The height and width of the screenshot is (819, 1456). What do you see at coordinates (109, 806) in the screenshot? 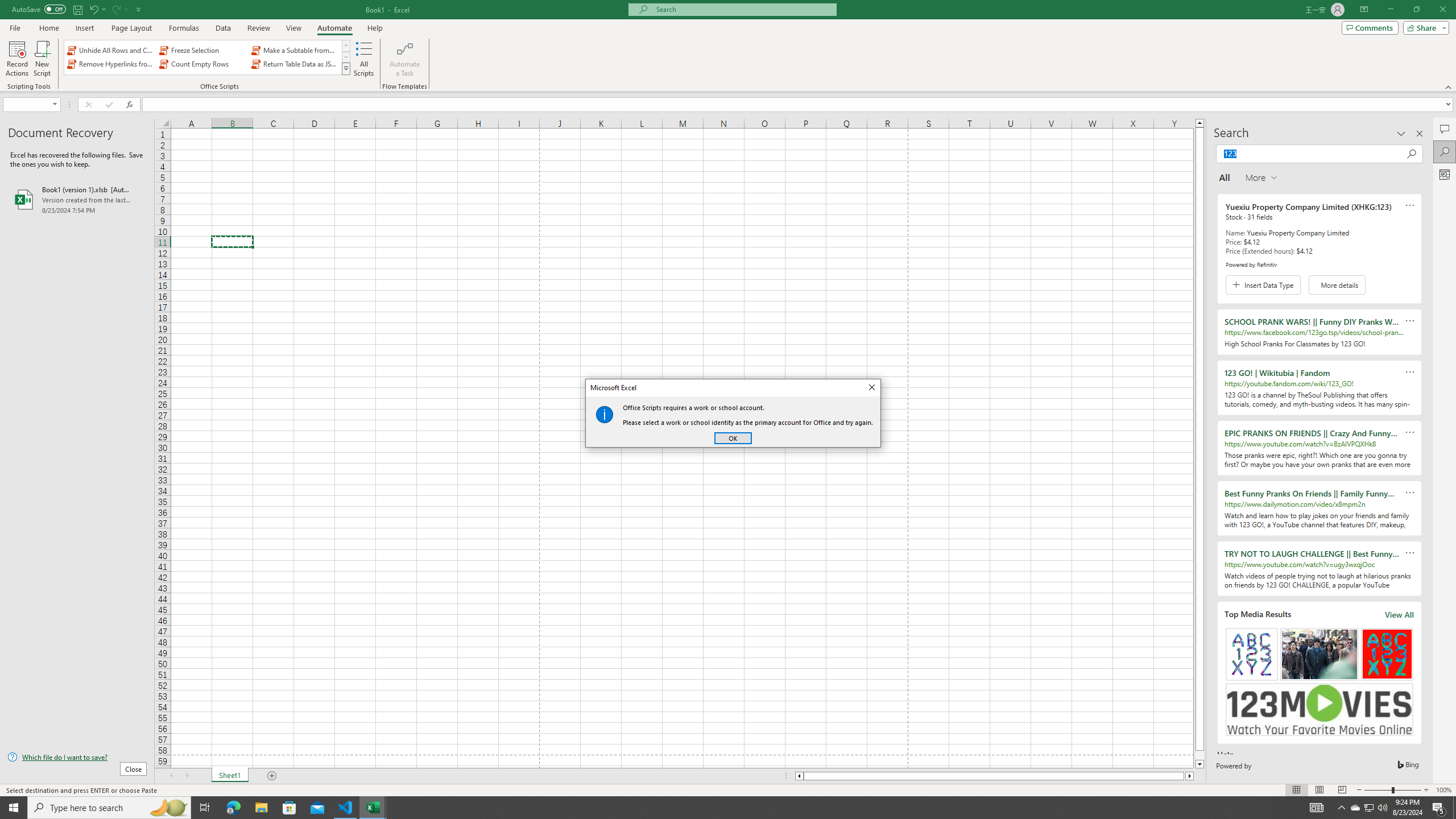
I see `'Type here to search'` at bounding box center [109, 806].